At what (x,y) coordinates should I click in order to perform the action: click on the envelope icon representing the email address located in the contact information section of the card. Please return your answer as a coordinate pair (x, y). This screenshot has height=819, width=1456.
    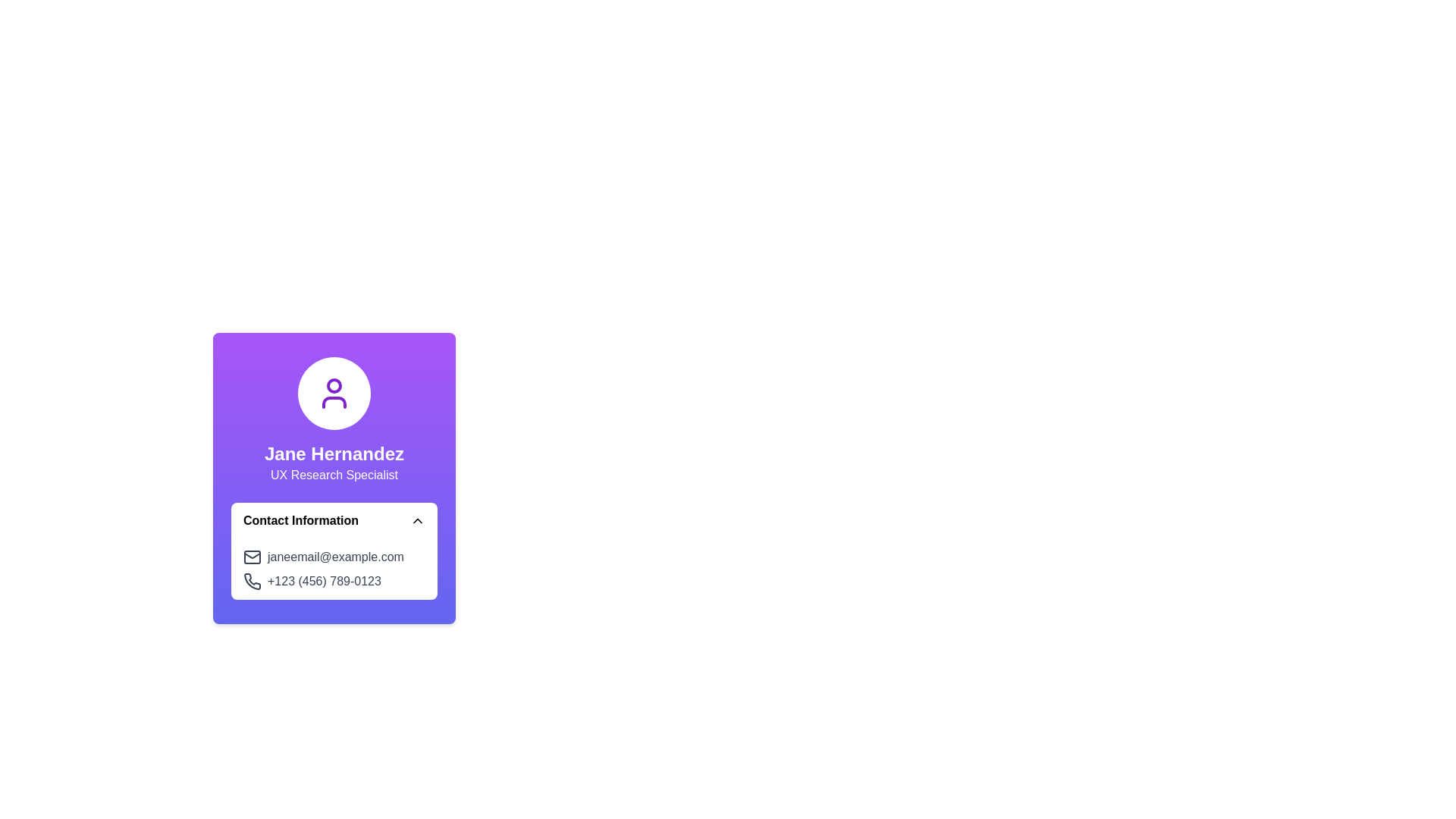
    Looking at the image, I should click on (252, 557).